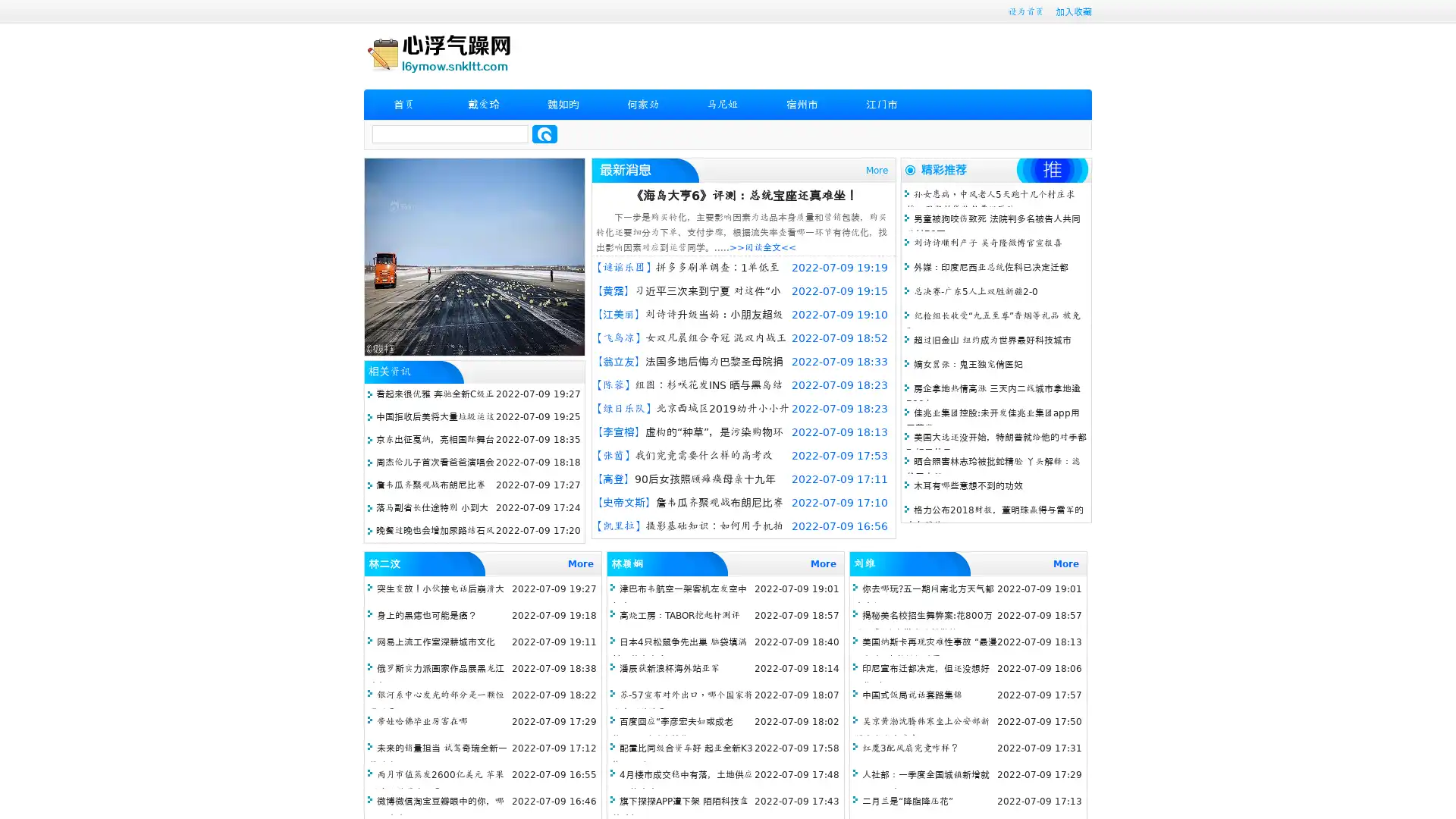 The height and width of the screenshot is (819, 1456). What do you see at coordinates (544, 133) in the screenshot?
I see `Search` at bounding box center [544, 133].